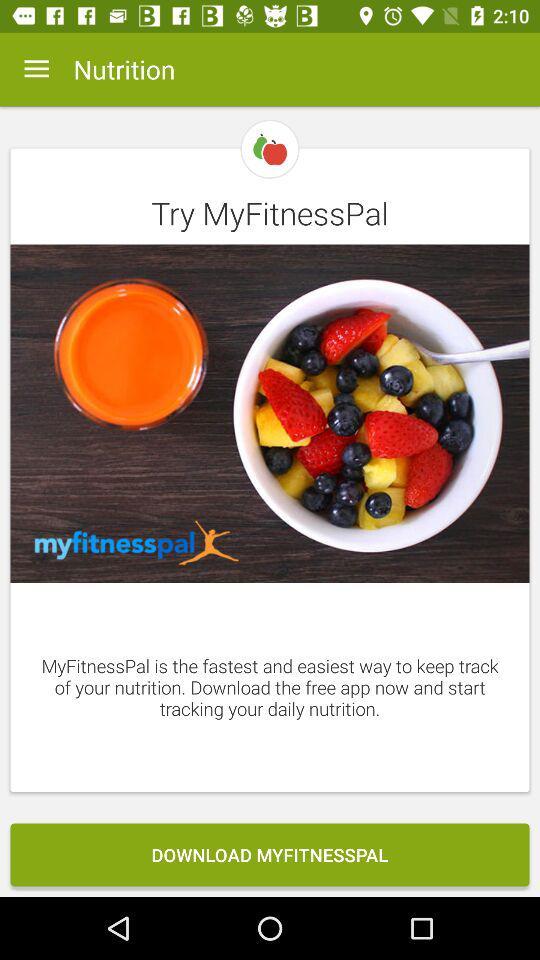 This screenshot has width=540, height=960. What do you see at coordinates (36, 69) in the screenshot?
I see `icon above the try myfitnesspal` at bounding box center [36, 69].